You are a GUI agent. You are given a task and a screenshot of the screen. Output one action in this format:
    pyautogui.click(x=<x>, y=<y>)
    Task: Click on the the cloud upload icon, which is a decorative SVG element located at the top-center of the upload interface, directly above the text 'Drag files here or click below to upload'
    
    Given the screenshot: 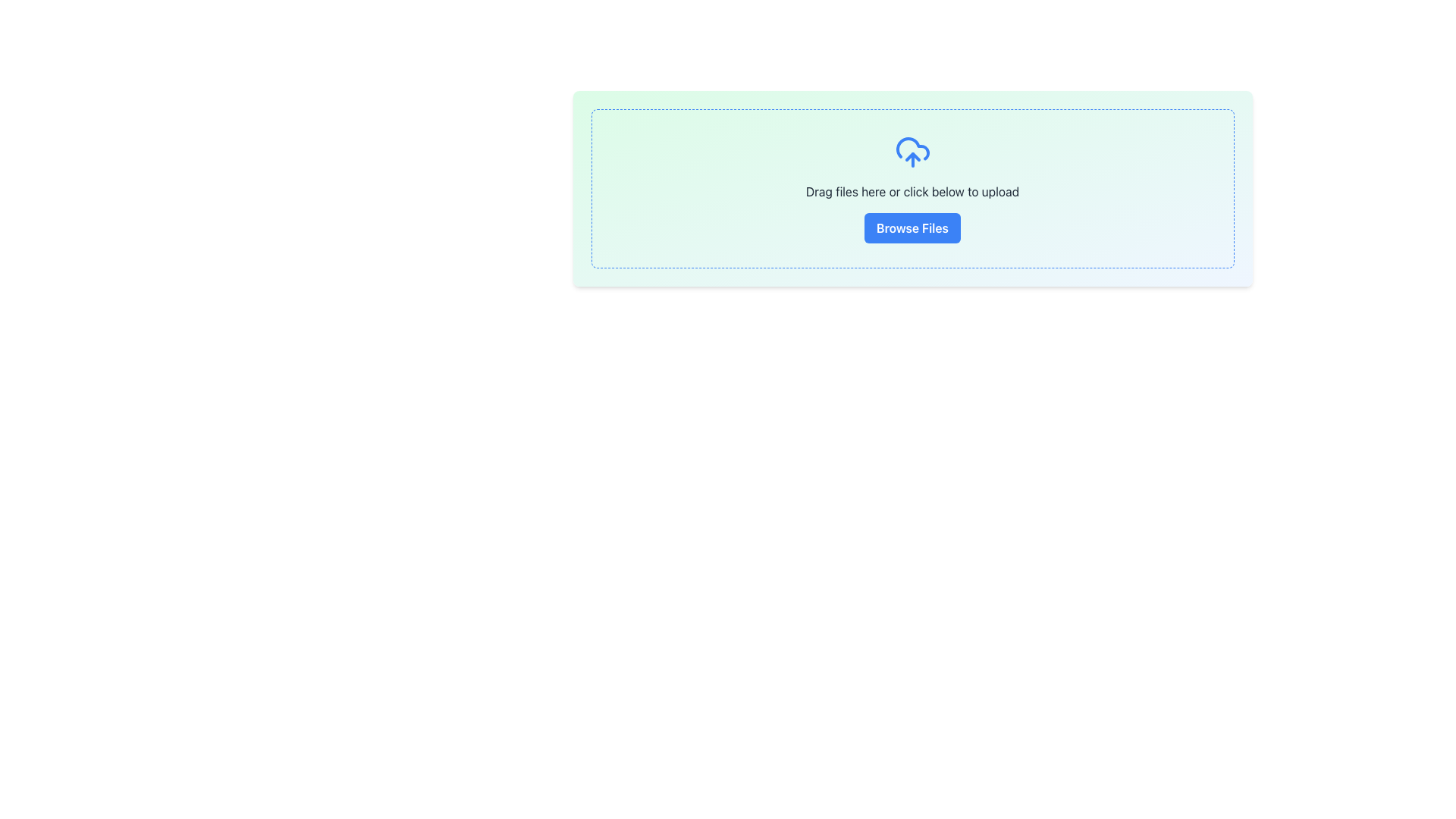 What is the action you would take?
    pyautogui.click(x=912, y=149)
    